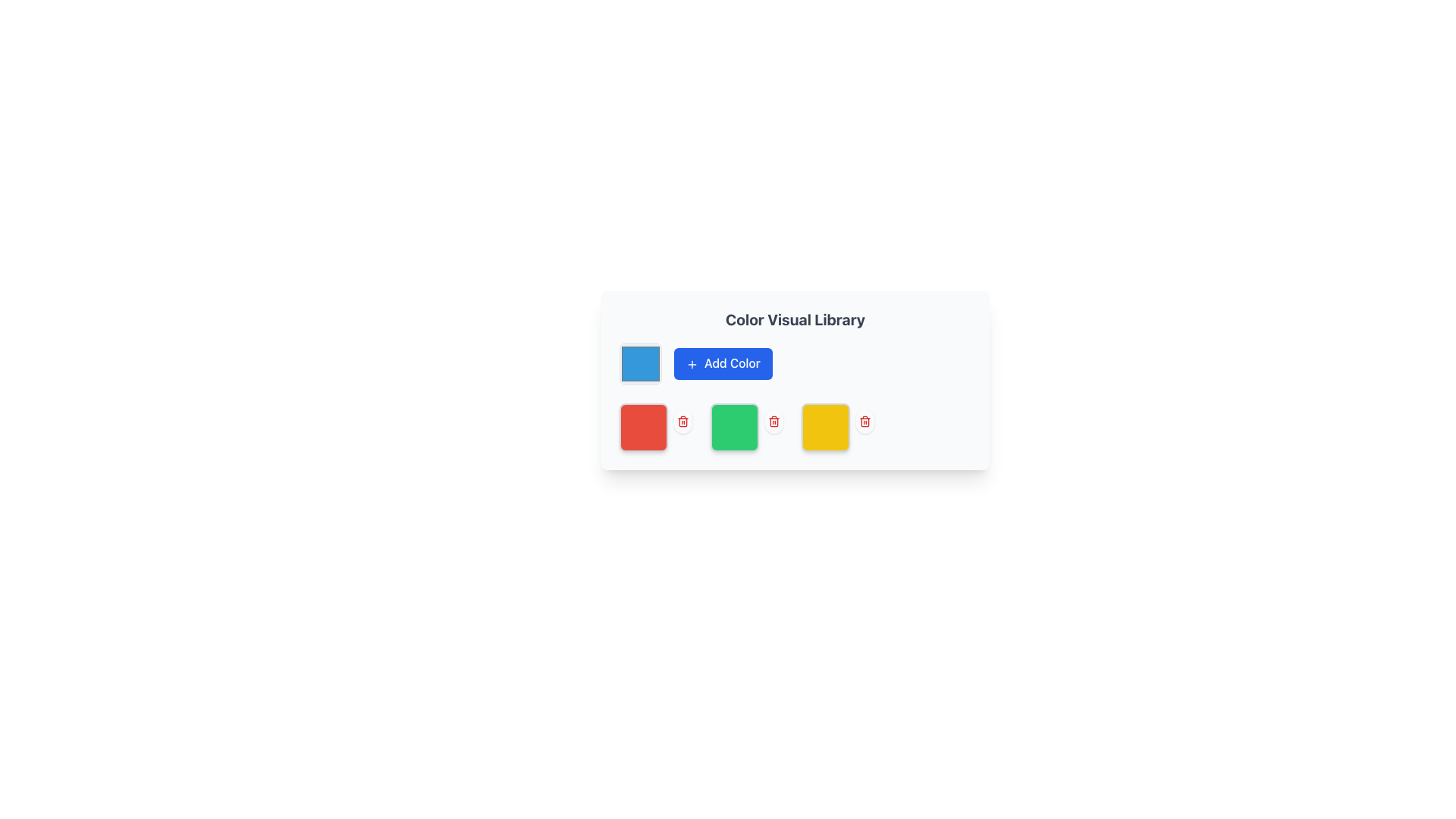 The image size is (1456, 819). What do you see at coordinates (735, 427) in the screenshot?
I see `the green color swatch box with rounded corners located in the 'Color Visual Library', which is the third box from the left in the second row` at bounding box center [735, 427].